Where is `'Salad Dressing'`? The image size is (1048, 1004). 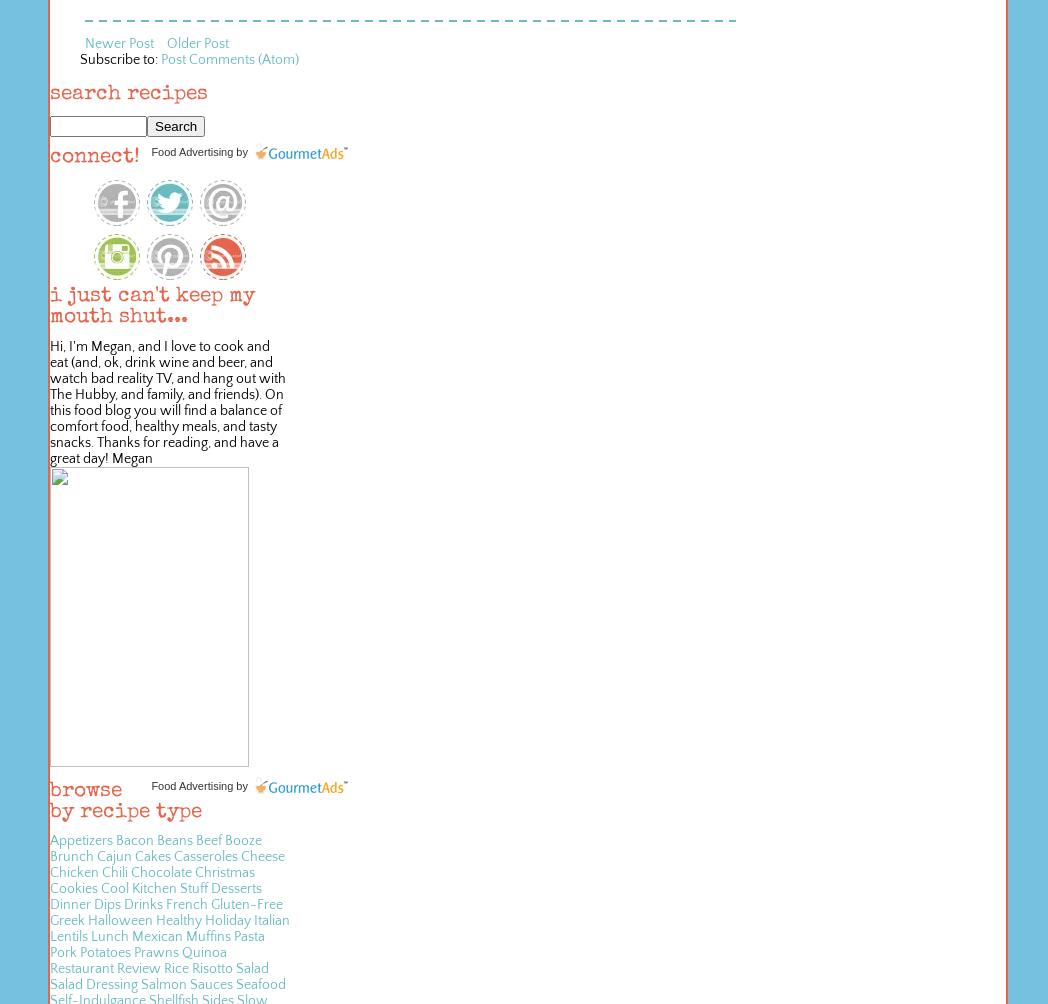 'Salad Dressing' is located at coordinates (93, 984).